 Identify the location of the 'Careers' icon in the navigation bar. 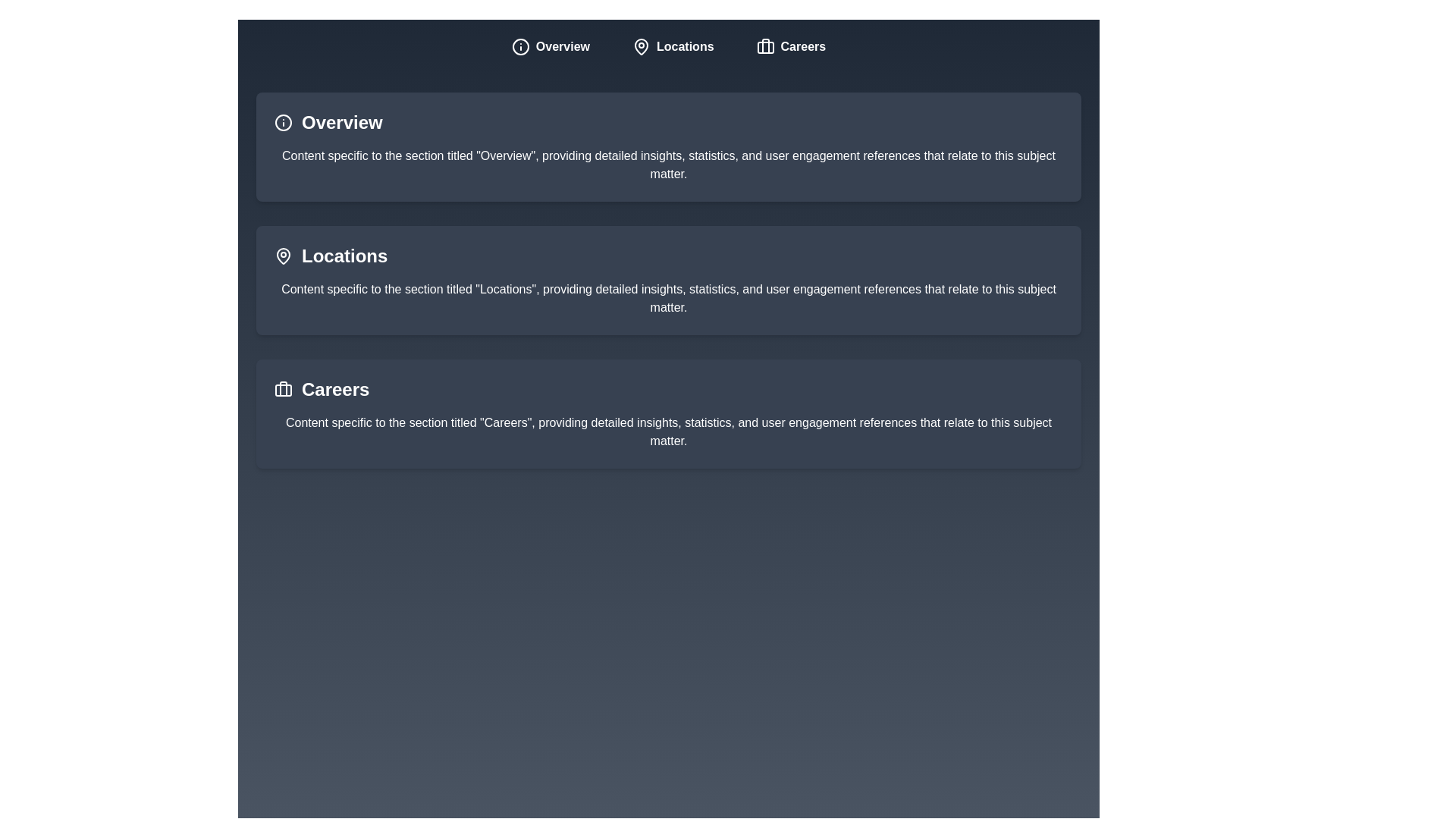
(765, 45).